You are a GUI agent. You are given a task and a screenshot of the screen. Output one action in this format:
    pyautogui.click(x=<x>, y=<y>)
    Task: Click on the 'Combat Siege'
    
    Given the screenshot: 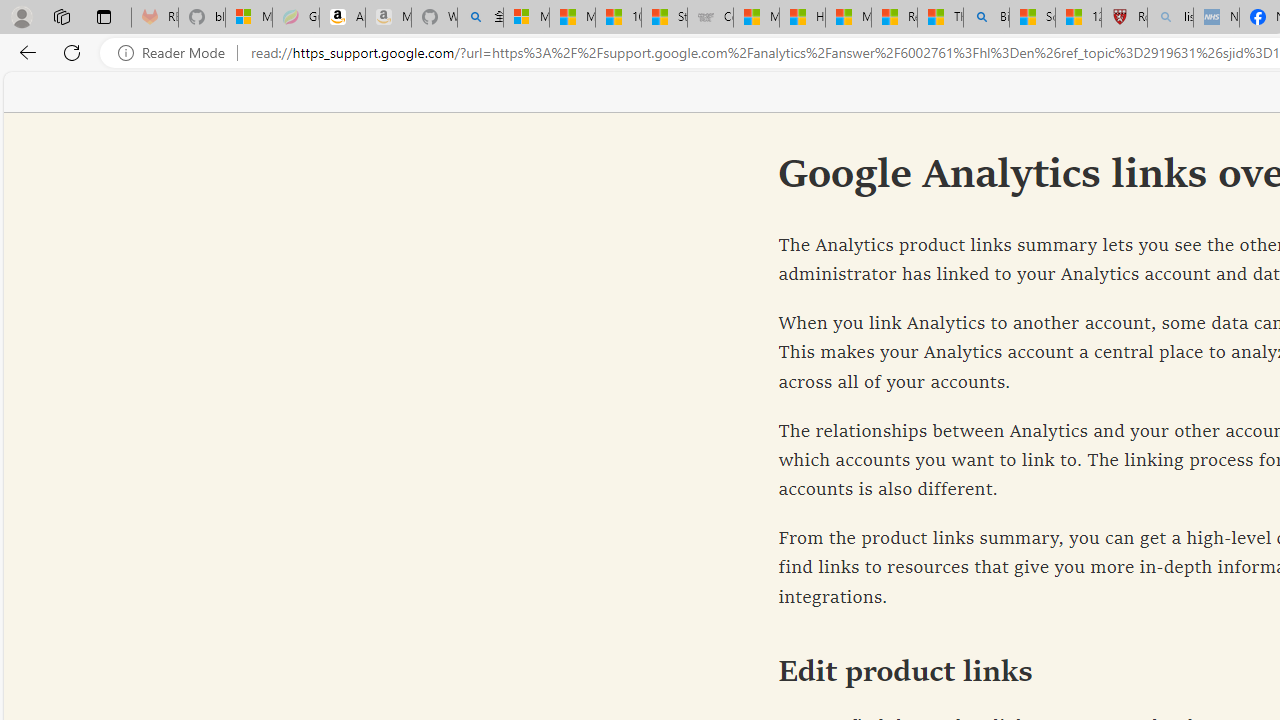 What is the action you would take?
    pyautogui.click(x=710, y=17)
    